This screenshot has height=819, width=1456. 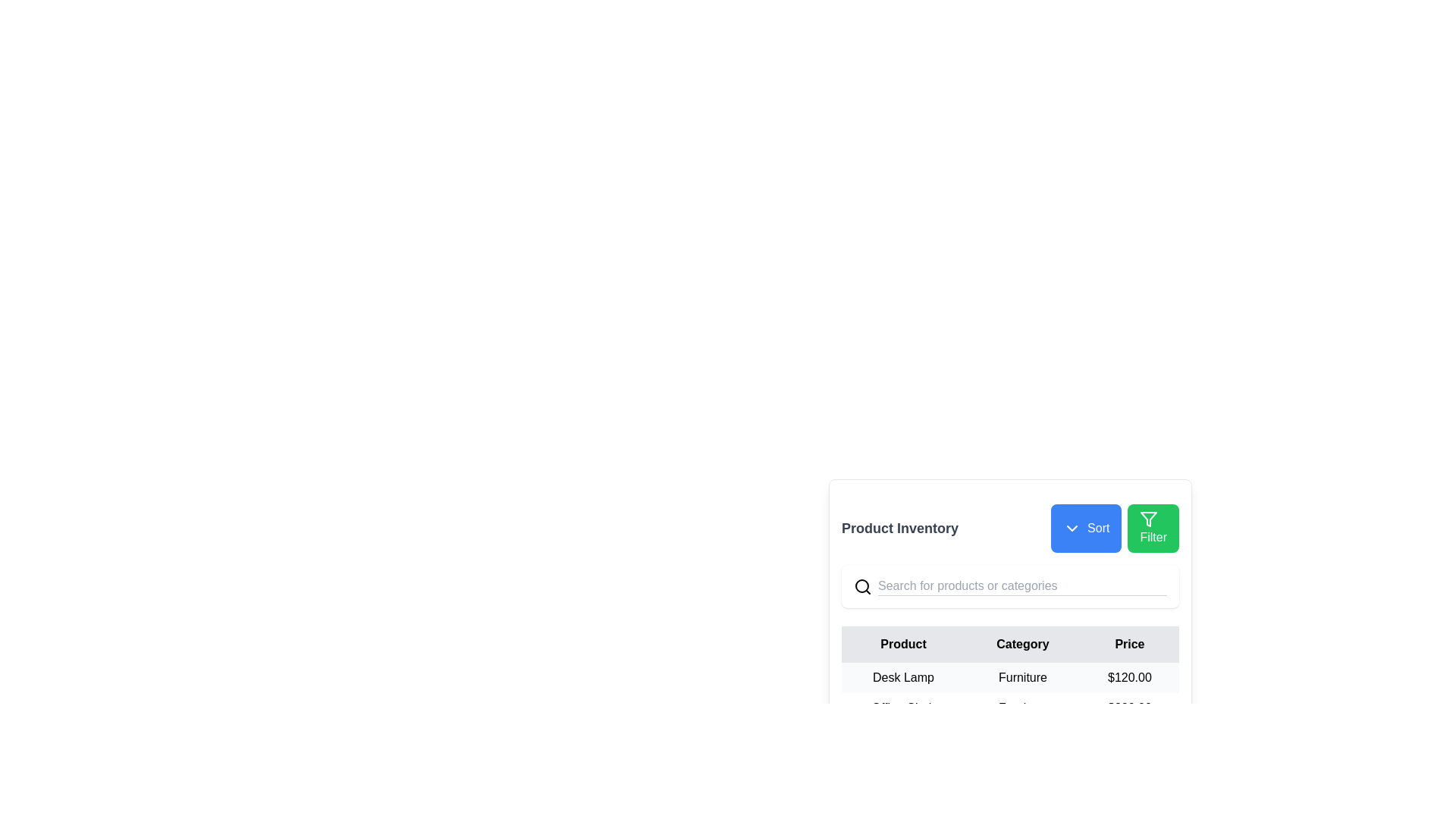 What do you see at coordinates (1010, 677) in the screenshot?
I see `the first table row containing product information, which includes the name 'Desk Lamp', category 'Furniture', and price '$120.00'` at bounding box center [1010, 677].